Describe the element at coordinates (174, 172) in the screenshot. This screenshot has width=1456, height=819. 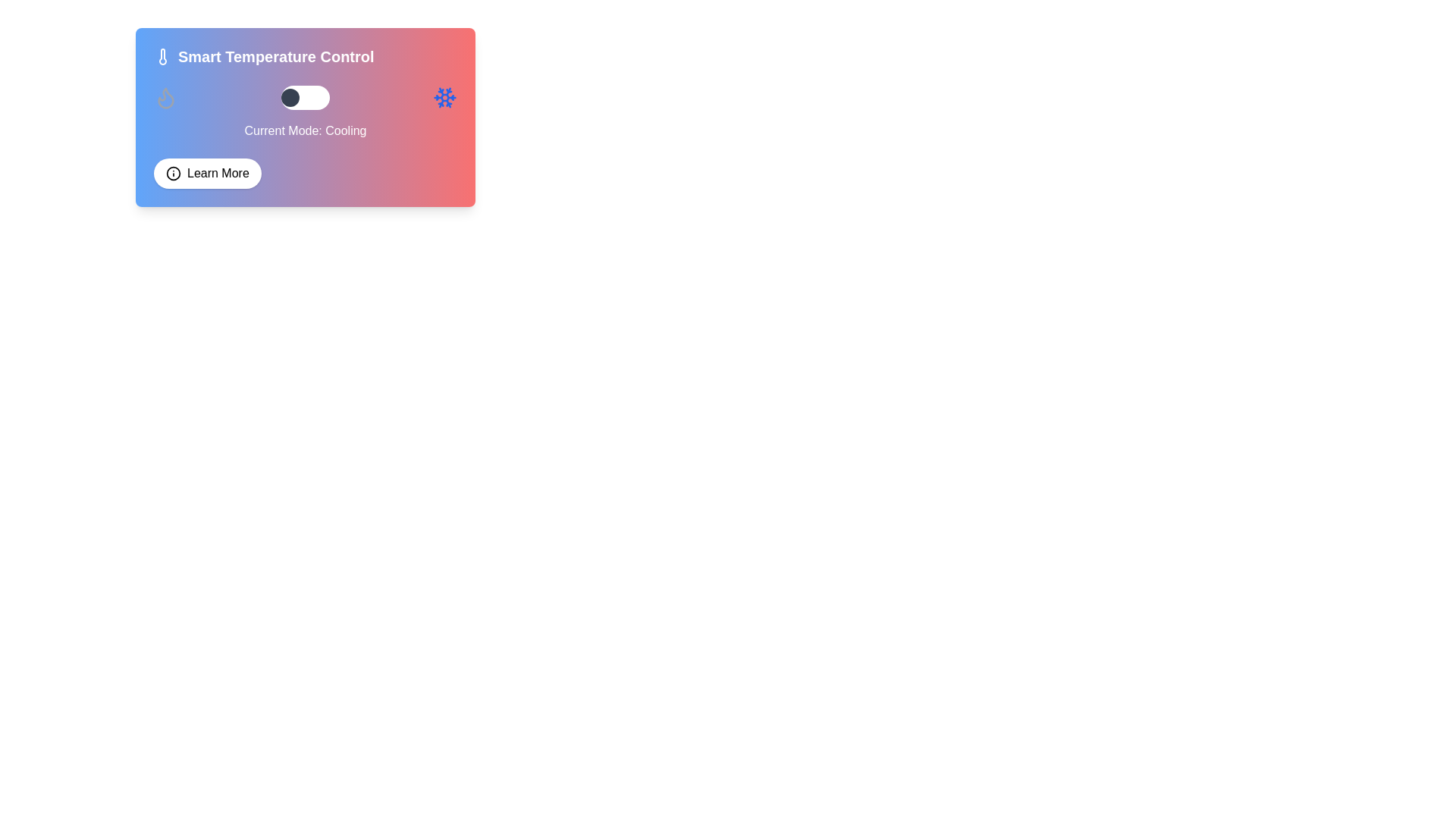
I see `the icon located to the left of the text 'Learn More' inside the button at the lower left part of the card component` at that location.